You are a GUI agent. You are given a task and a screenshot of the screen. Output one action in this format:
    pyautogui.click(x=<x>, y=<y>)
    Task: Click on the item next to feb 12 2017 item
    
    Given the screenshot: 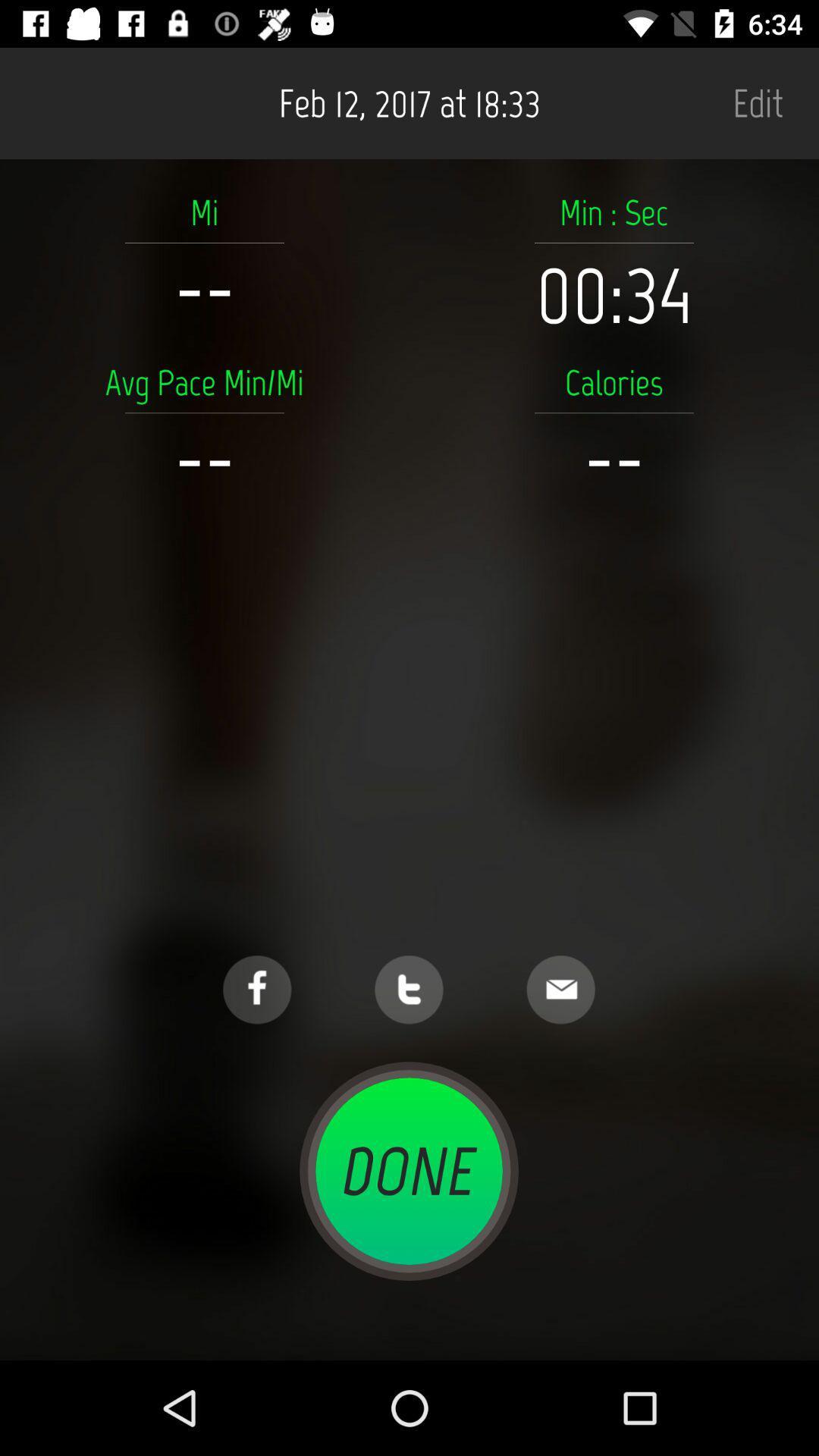 What is the action you would take?
    pyautogui.click(x=758, y=102)
    